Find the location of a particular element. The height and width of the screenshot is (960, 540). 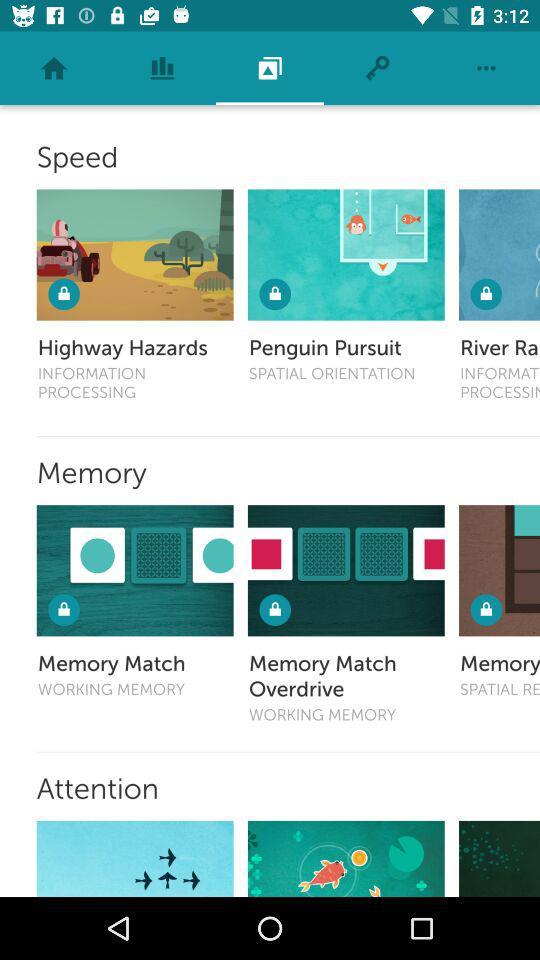

open story is located at coordinates (135, 857).